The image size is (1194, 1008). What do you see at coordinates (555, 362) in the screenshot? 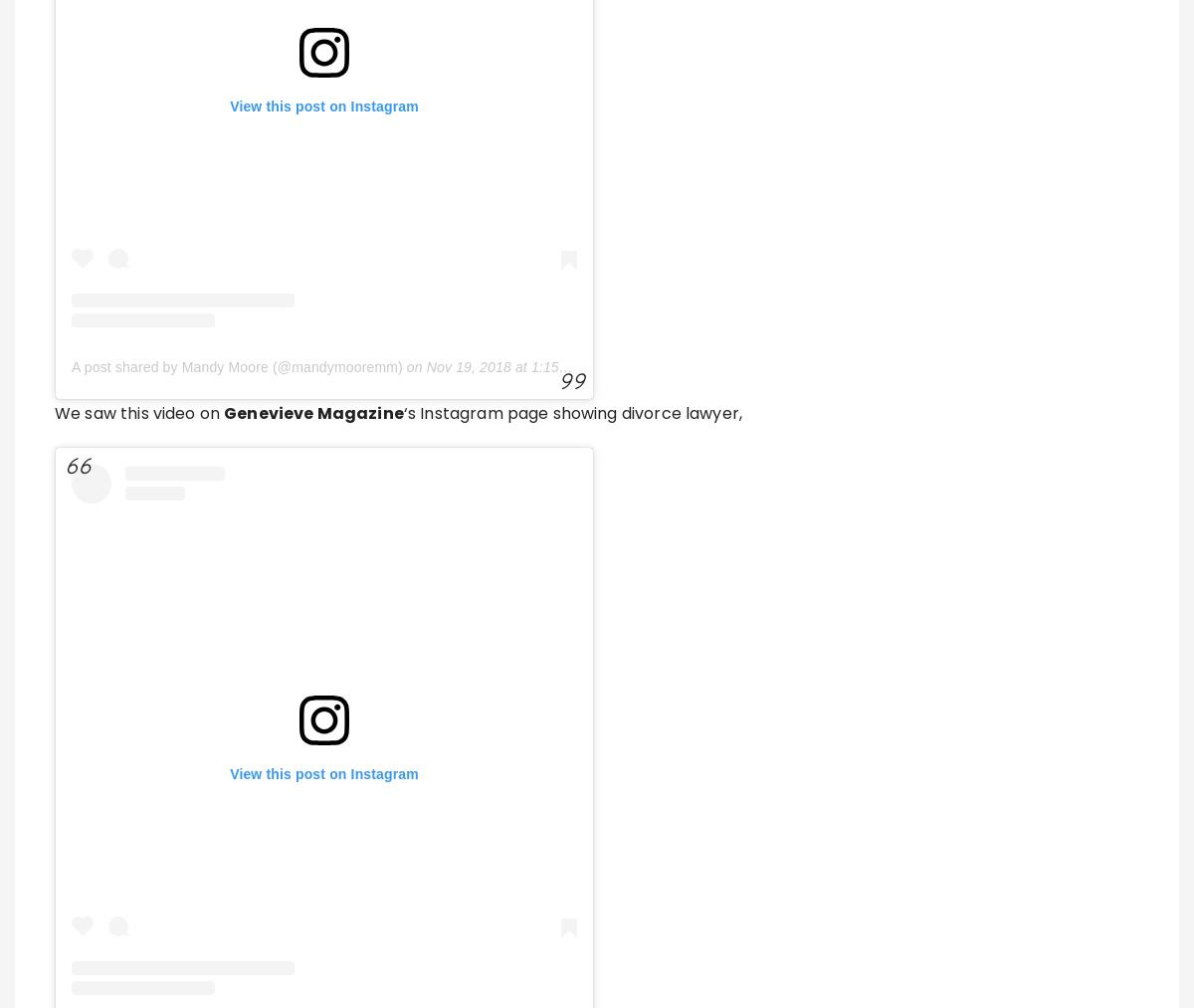
I see `'What we loved about Debbie & Femi's Green Traditional Wedding | #TheBeecrofts18'` at bounding box center [555, 362].